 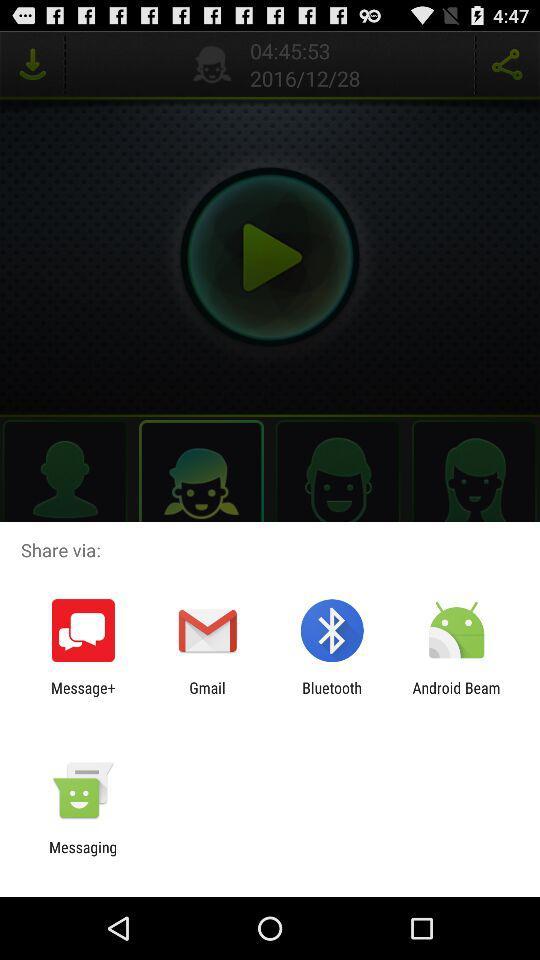 I want to click on messaging item, so click(x=82, y=855).